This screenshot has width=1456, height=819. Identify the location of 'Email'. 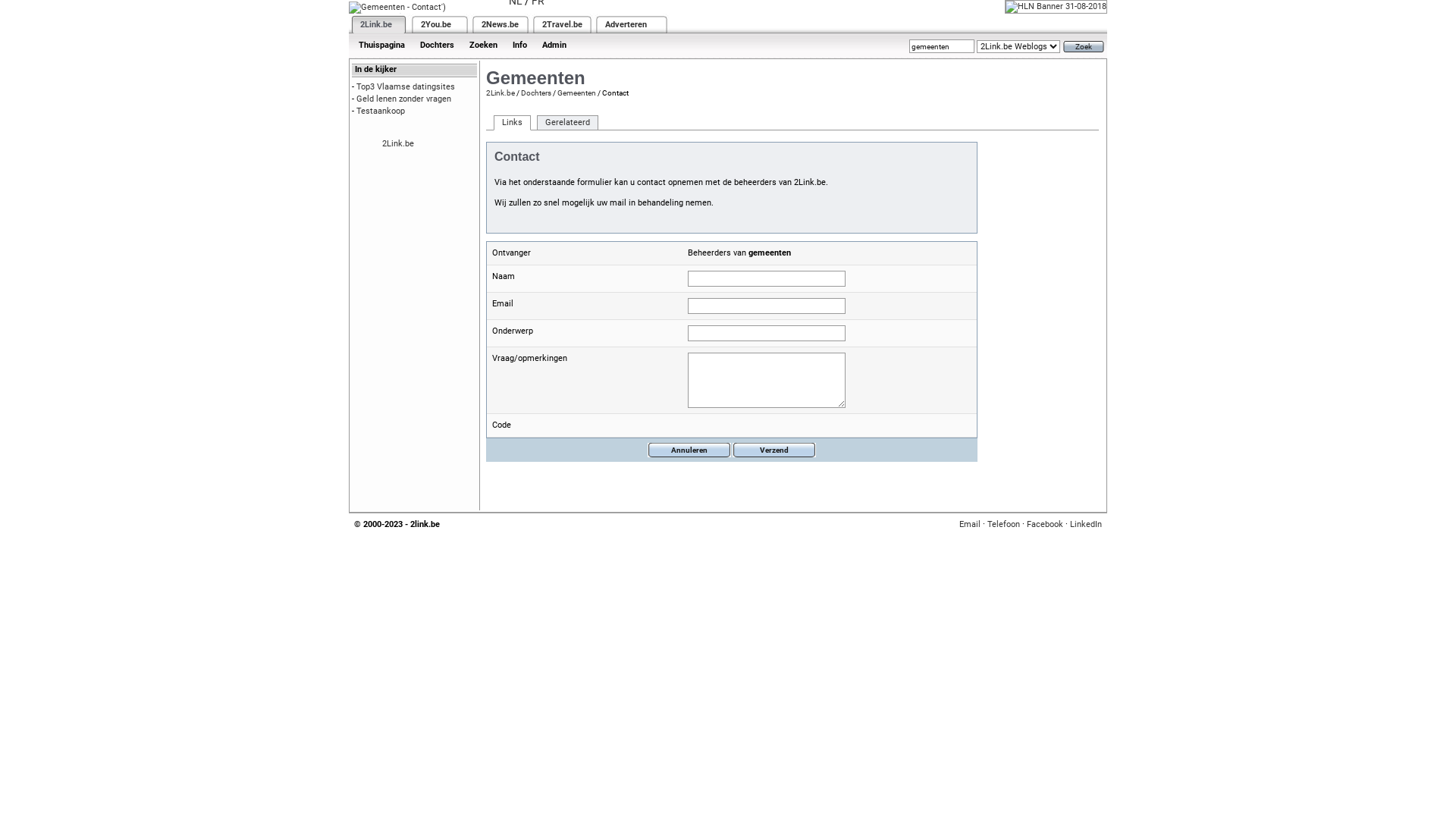
(968, 523).